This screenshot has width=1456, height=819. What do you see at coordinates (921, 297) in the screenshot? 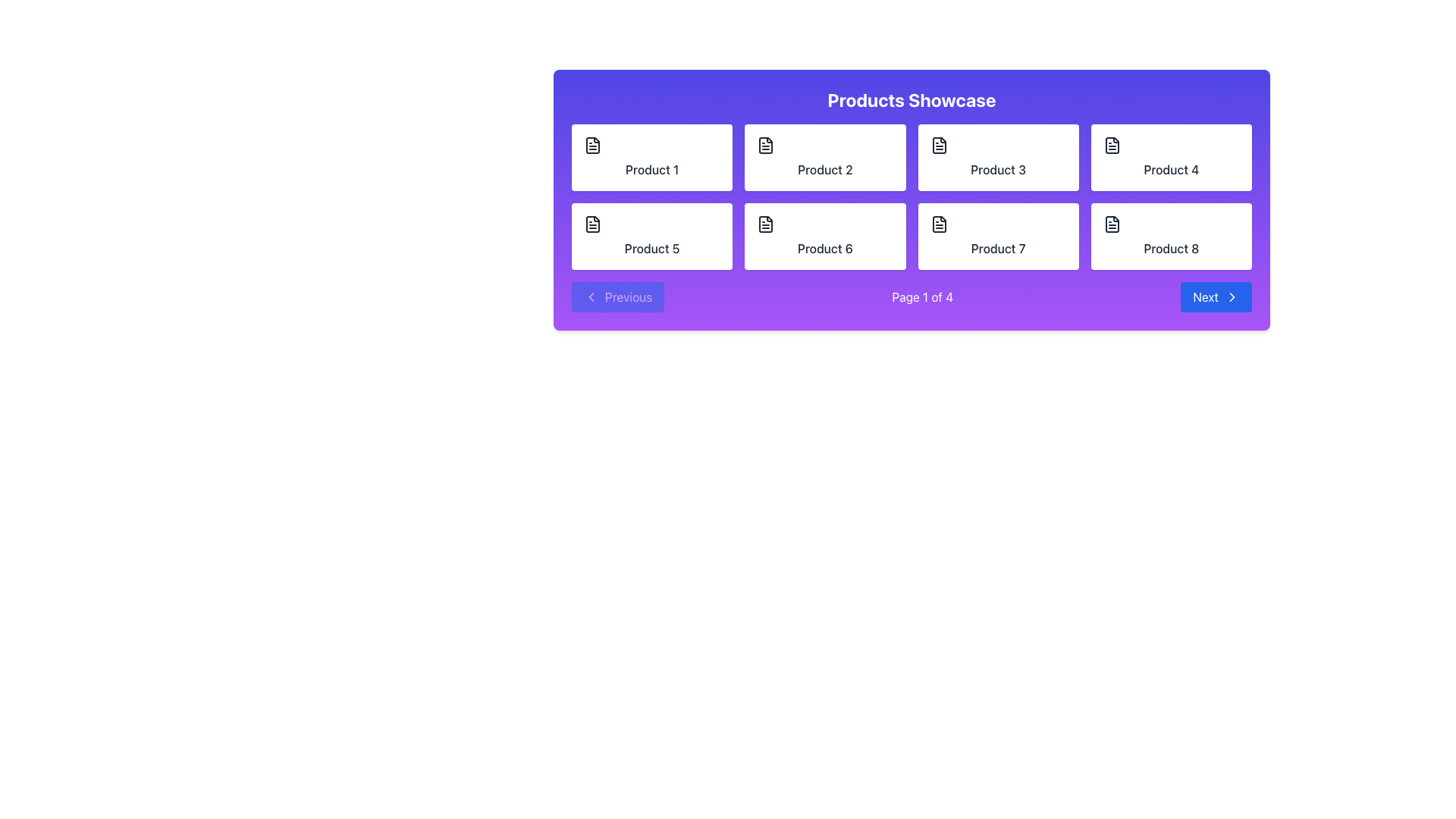
I see `the label displaying the current page number 'Page 1 of 4' which is styled with white text on a purple gradient background, located centrally in the pagination section` at bounding box center [921, 297].